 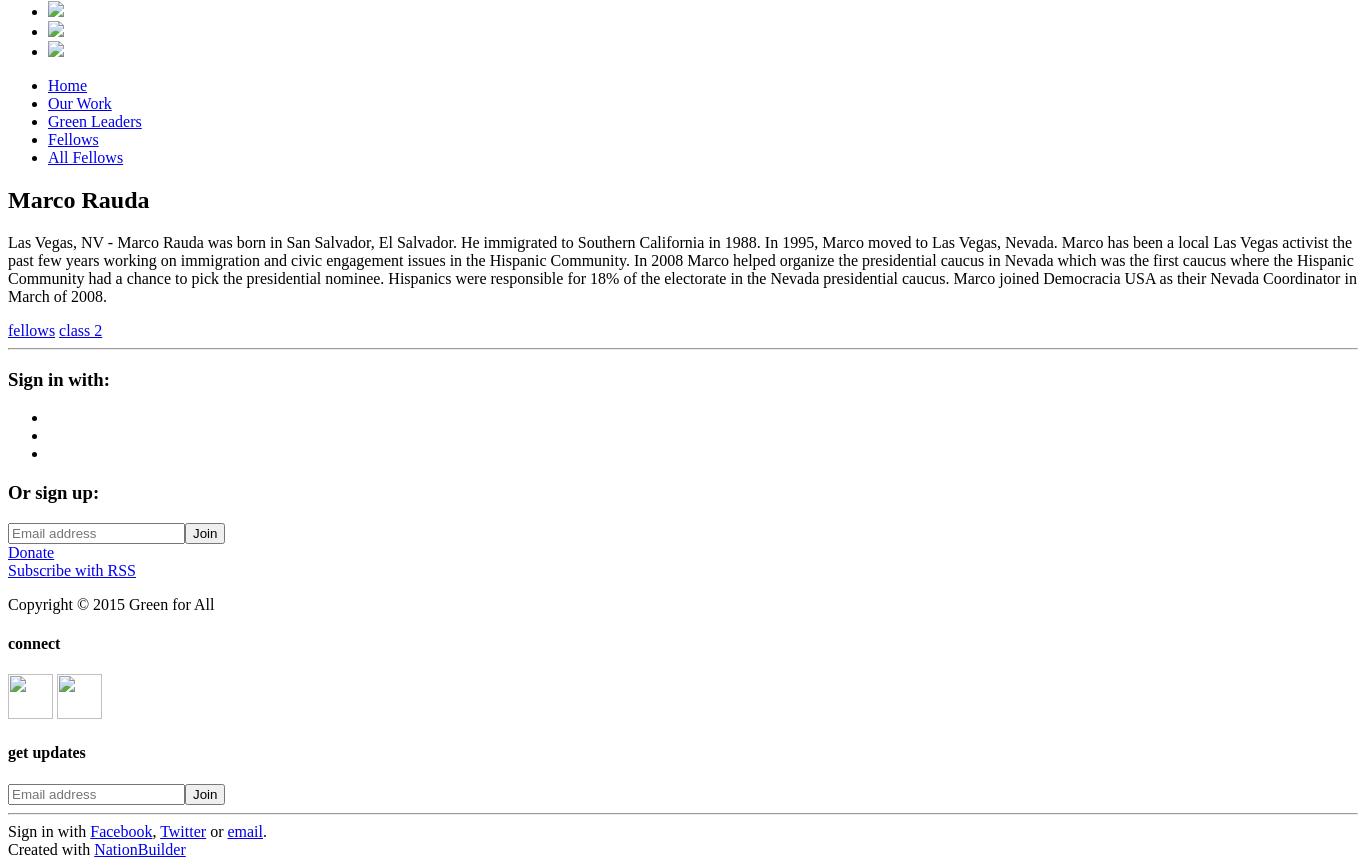 I want to click on 'All Fellows', so click(x=85, y=157).